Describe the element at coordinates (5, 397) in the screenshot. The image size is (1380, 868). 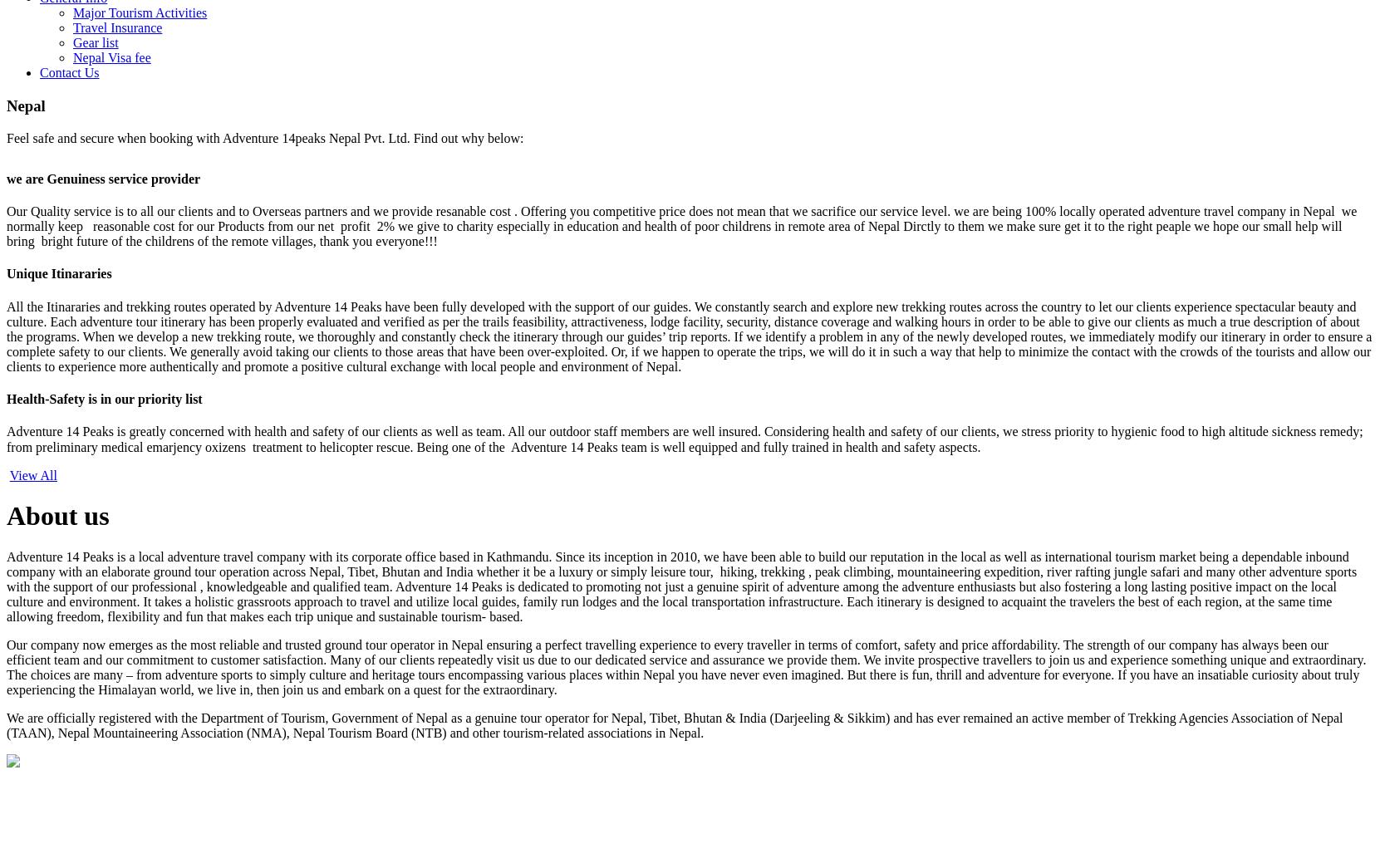
I see `'Health-Safety is in our priority list'` at that location.